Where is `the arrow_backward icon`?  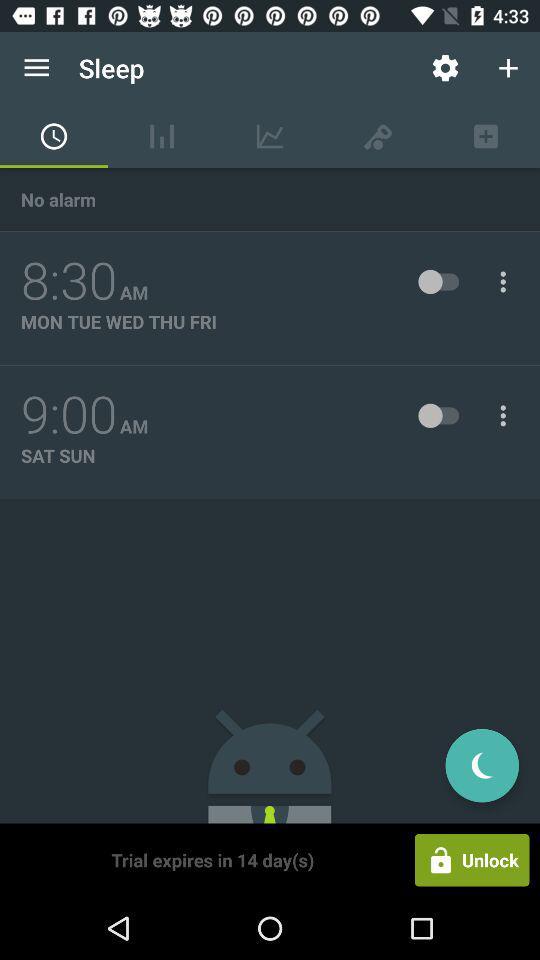 the arrow_backward icon is located at coordinates (481, 764).